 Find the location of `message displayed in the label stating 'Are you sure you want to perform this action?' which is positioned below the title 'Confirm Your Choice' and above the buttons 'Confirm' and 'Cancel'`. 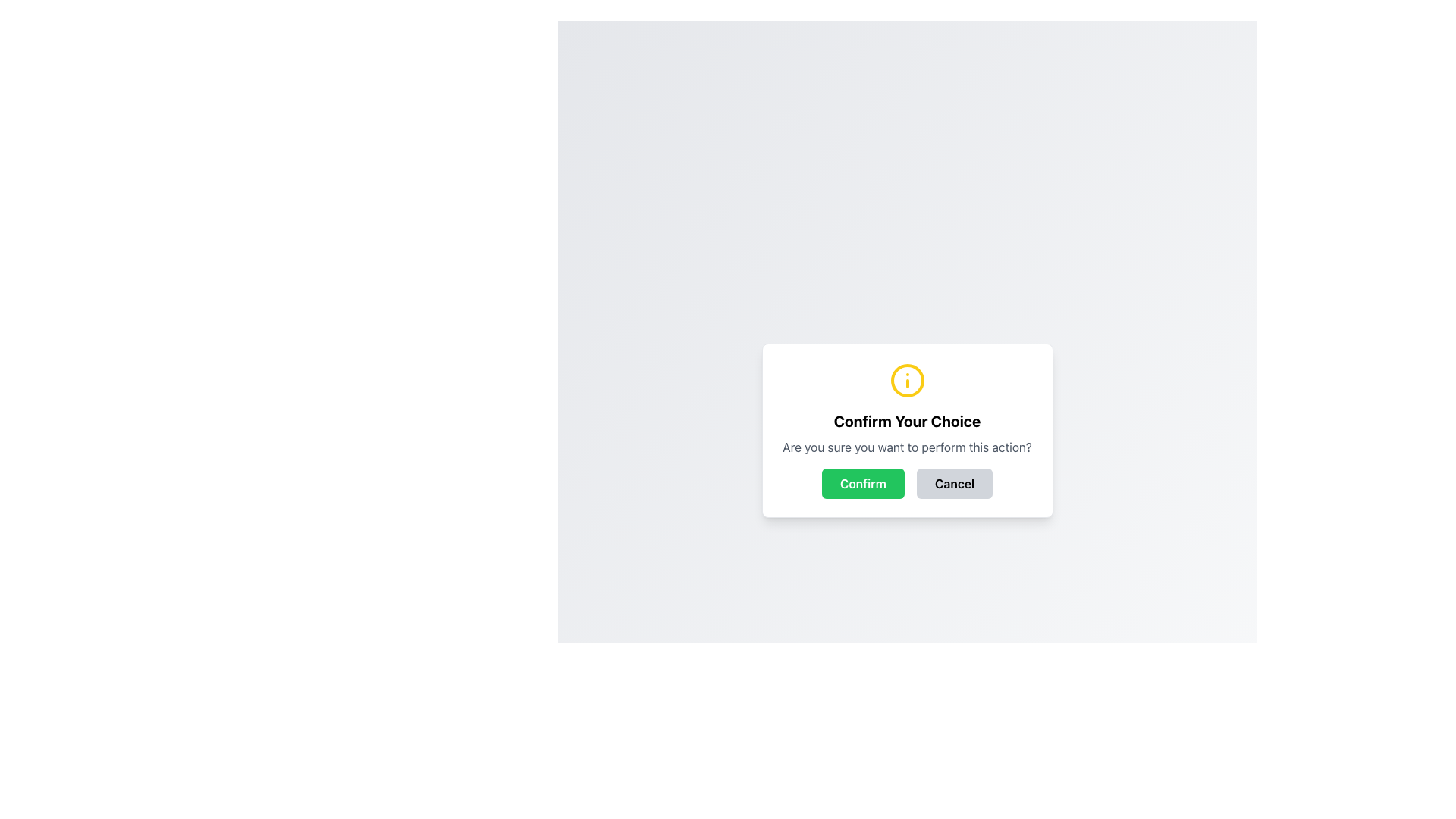

message displayed in the label stating 'Are you sure you want to perform this action?' which is positioned below the title 'Confirm Your Choice' and above the buttons 'Confirm' and 'Cancel' is located at coordinates (907, 447).